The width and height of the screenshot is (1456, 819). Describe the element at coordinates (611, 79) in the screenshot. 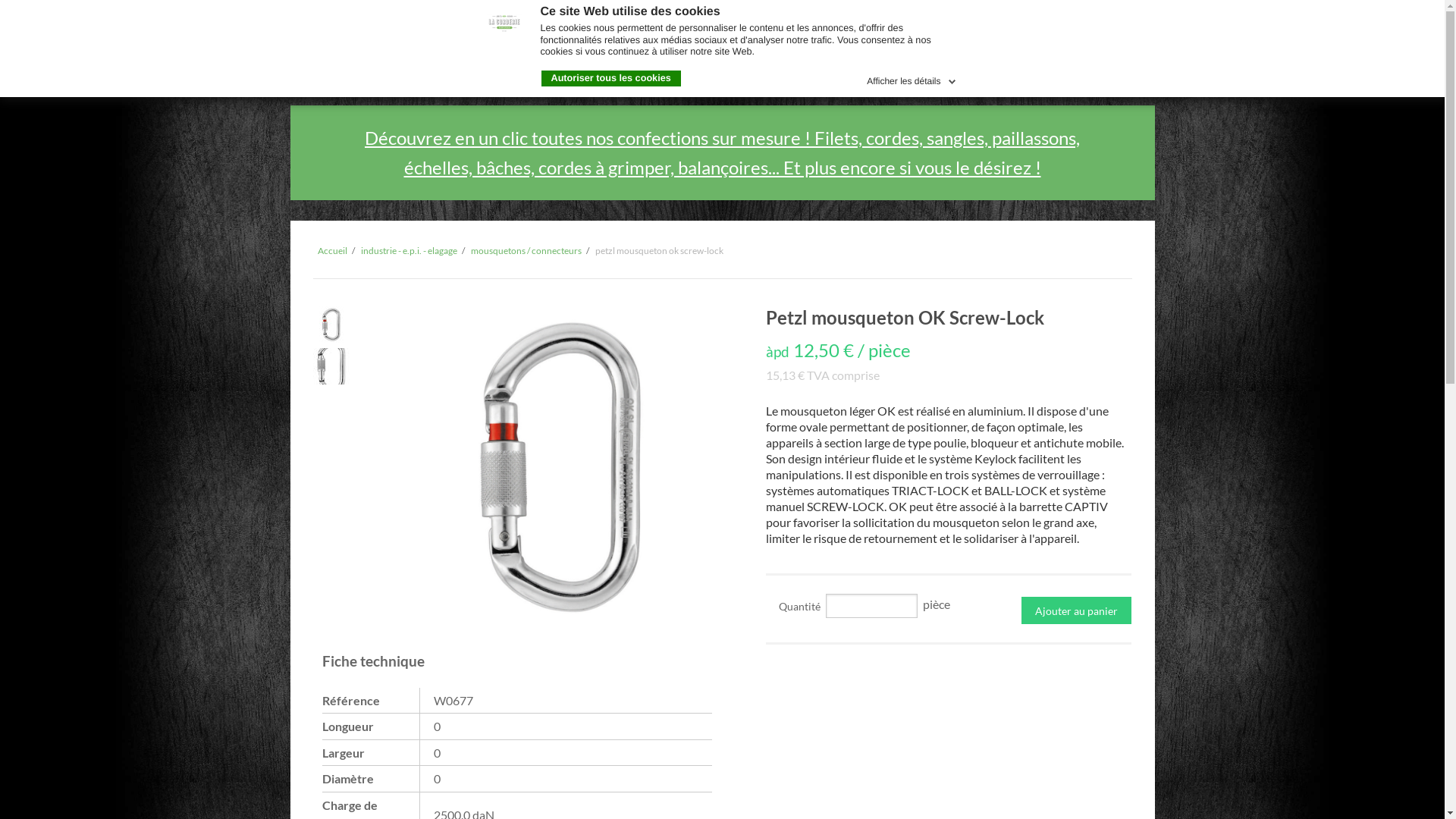

I see `'Autoriser tous les cookies'` at that location.